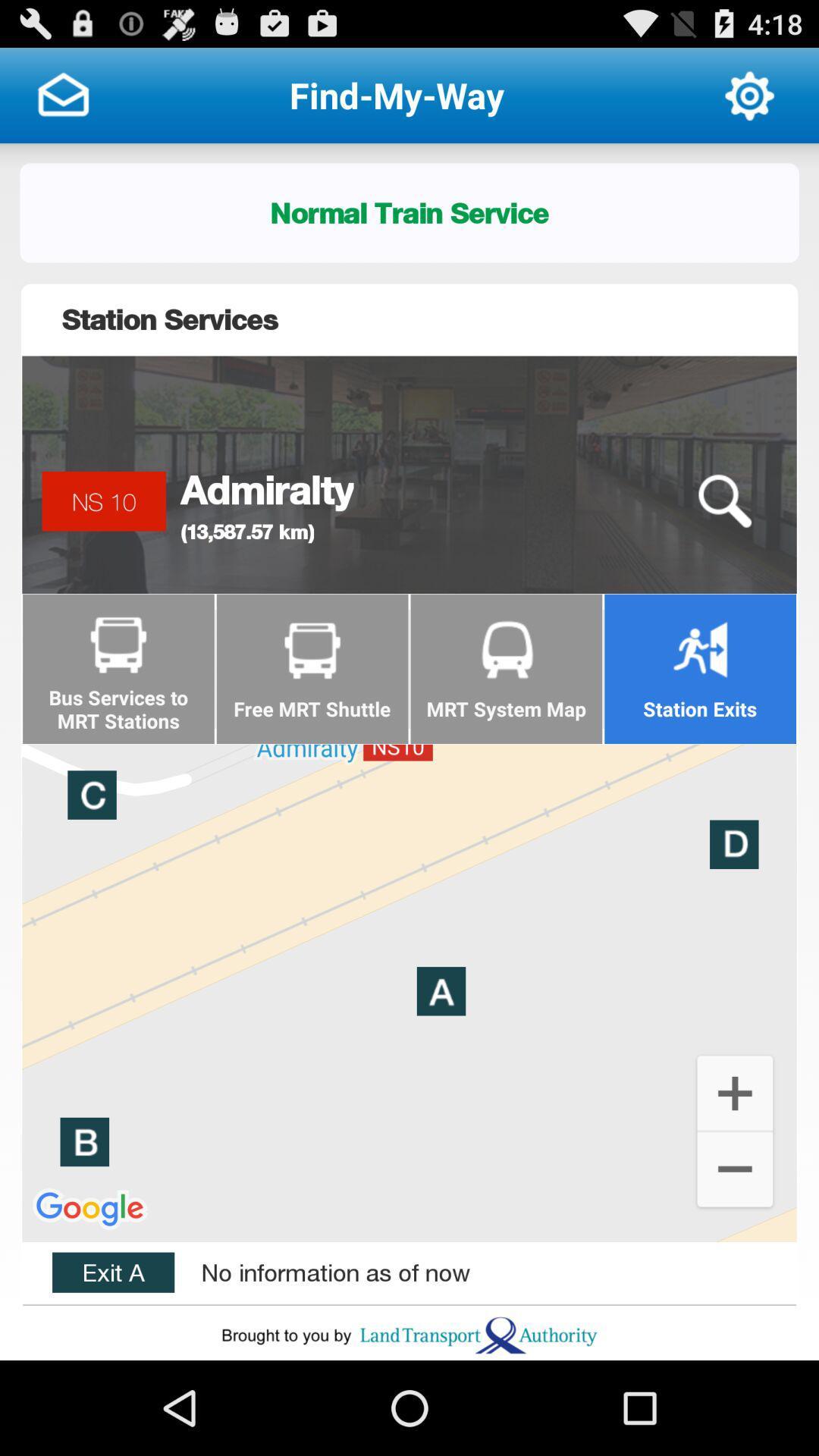  Describe the element at coordinates (734, 1168) in the screenshot. I see `the add icon` at that location.